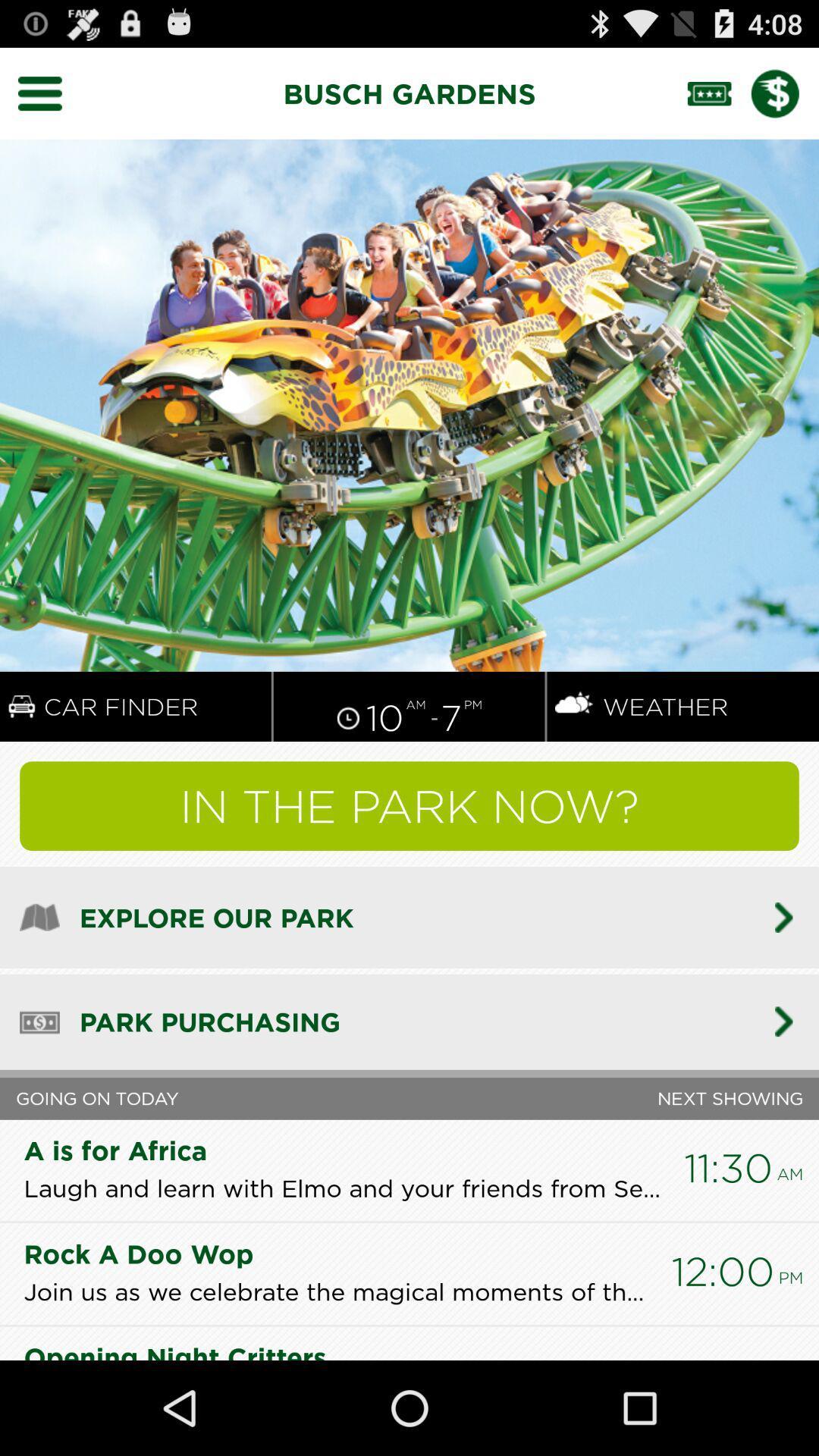  I want to click on the menu icon, so click(49, 99).